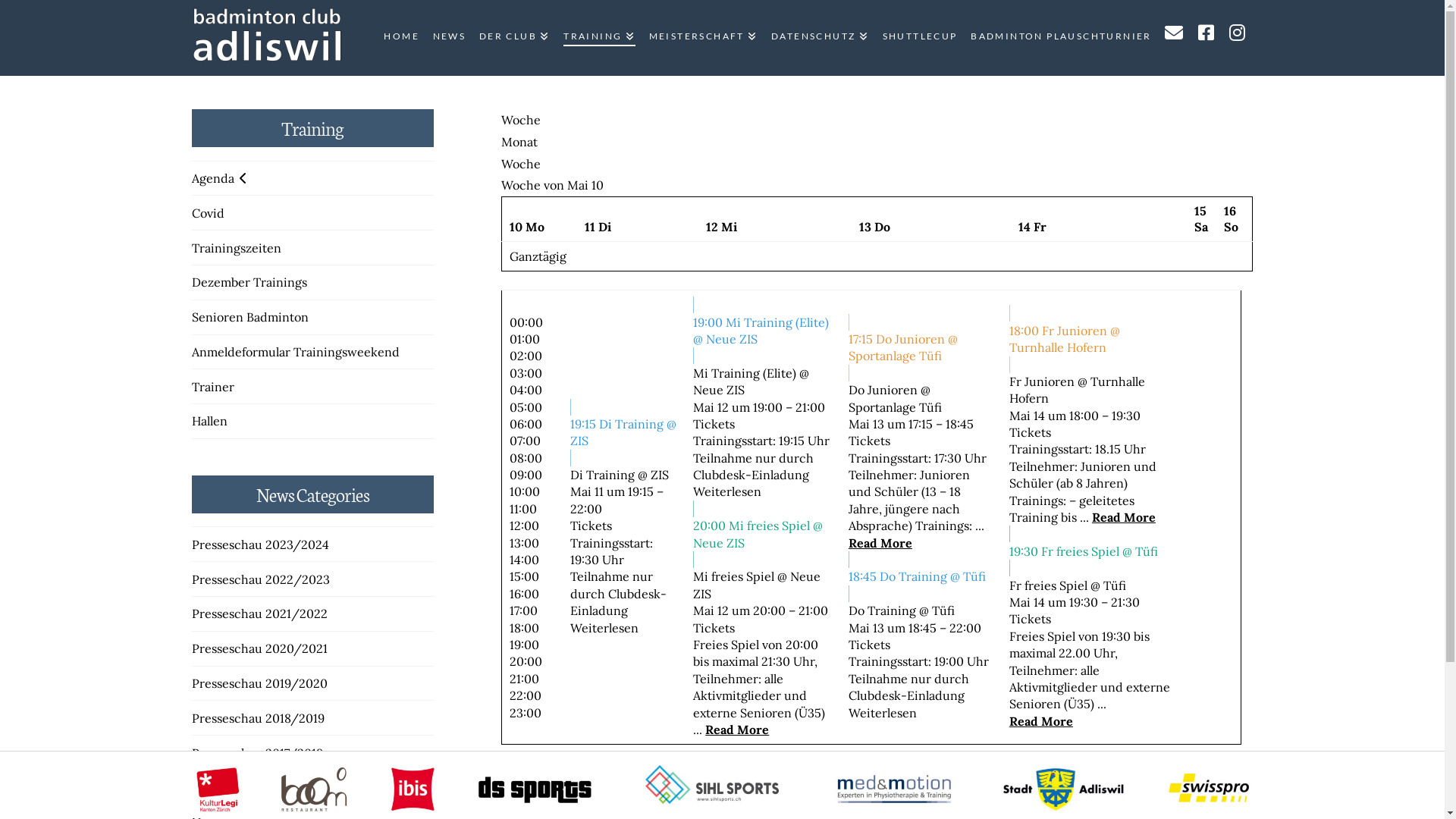 The width and height of the screenshot is (1456, 819). Describe the element at coordinates (249, 315) in the screenshot. I see `'Senioren Badminton'` at that location.